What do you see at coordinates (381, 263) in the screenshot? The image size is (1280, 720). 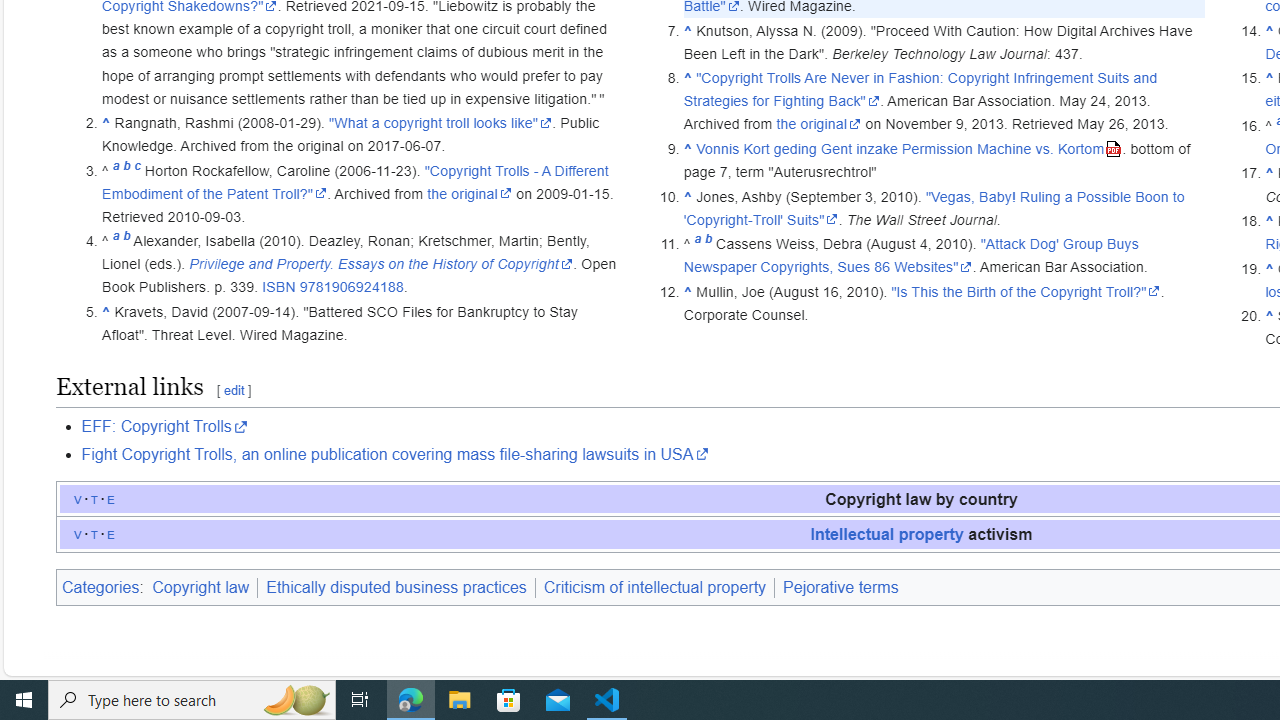 I see `'Privilege and Property. Essays on the History of Copyright'` at bounding box center [381, 263].